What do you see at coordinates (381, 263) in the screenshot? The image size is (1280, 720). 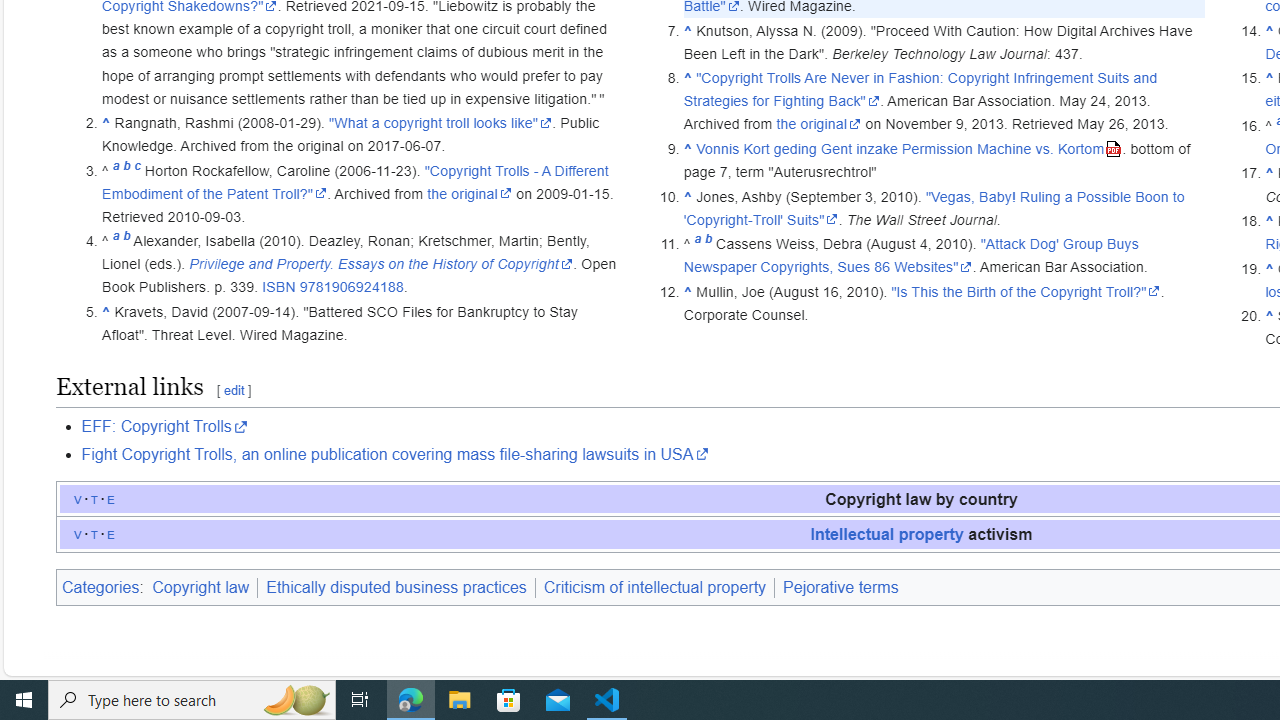 I see `'Privilege and Property. Essays on the History of Copyright'` at bounding box center [381, 263].